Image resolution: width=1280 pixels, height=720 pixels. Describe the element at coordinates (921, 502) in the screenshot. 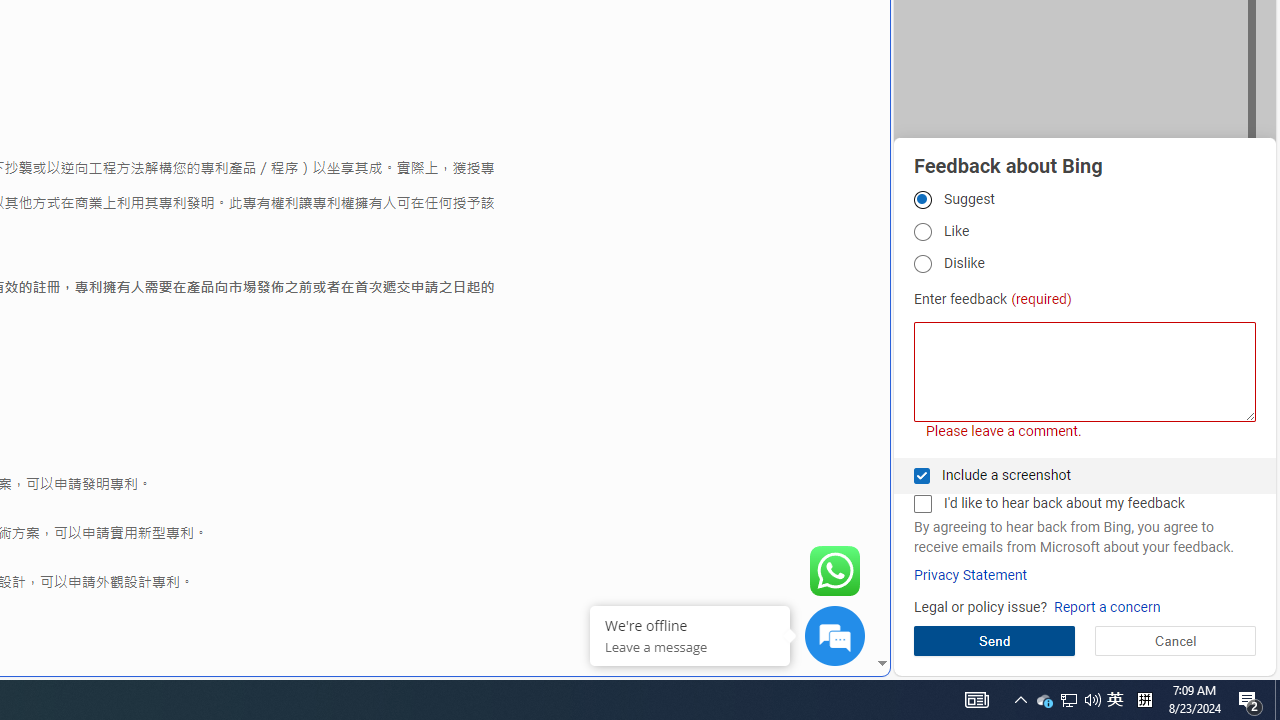

I see `'I'` at that location.